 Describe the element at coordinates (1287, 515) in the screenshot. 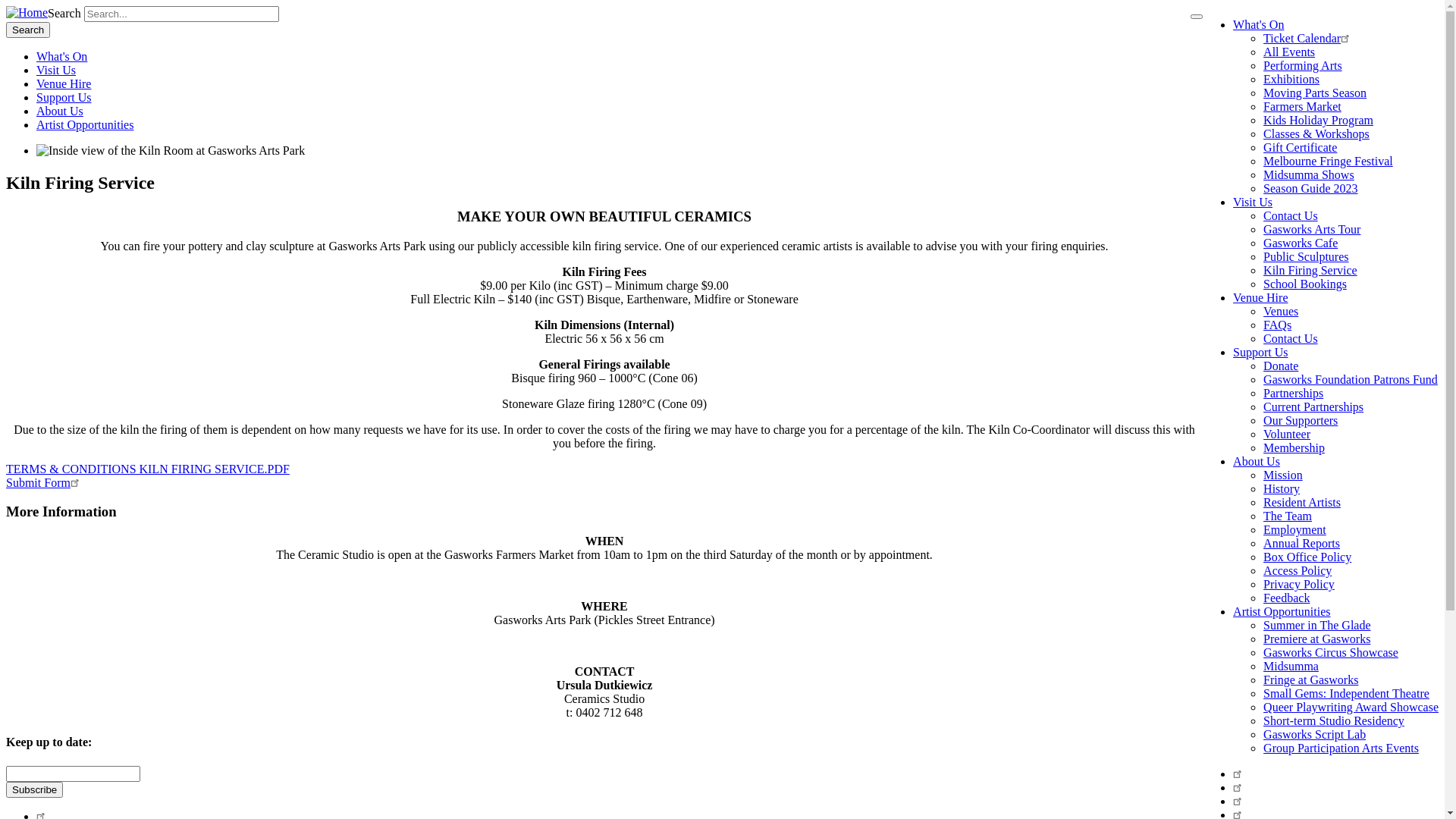

I see `'The Team'` at that location.